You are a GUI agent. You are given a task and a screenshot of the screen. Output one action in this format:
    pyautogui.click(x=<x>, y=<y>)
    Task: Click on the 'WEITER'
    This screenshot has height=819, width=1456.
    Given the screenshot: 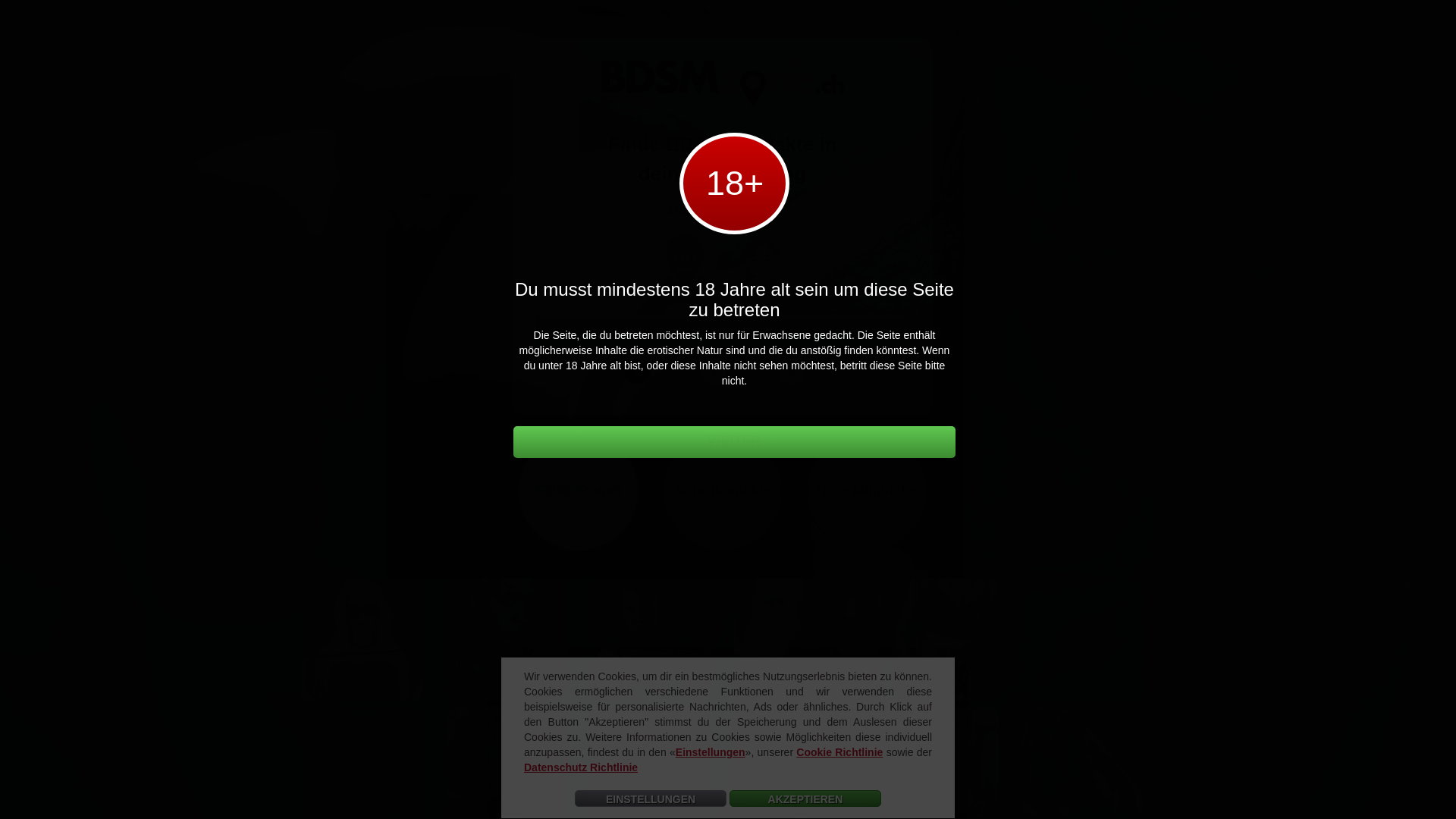 What is the action you would take?
    pyautogui.click(x=734, y=441)
    